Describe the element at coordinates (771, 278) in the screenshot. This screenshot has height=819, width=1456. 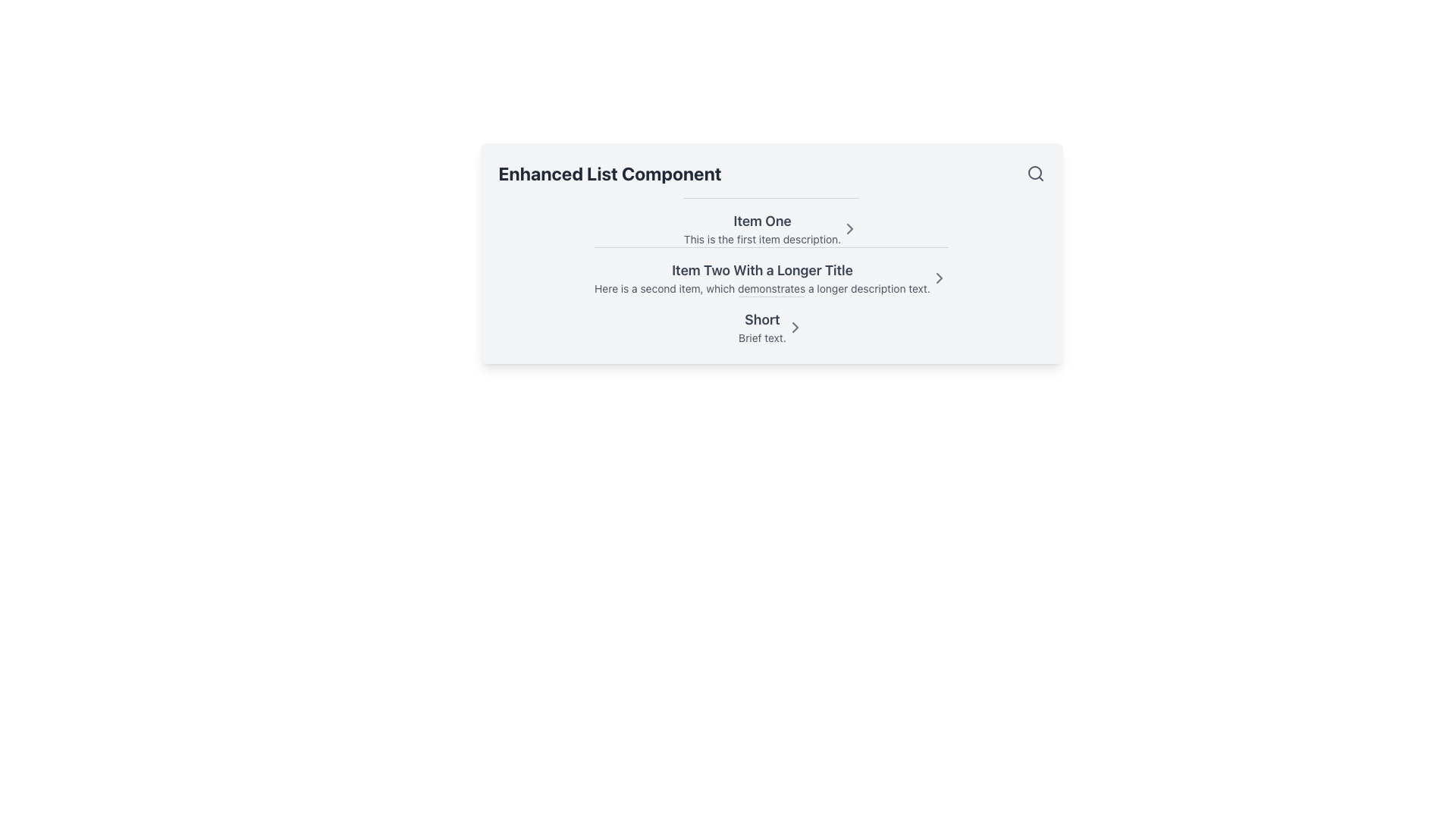
I see `the second item in the vertical list under the 'Enhanced List Component' heading for accessibility navigation` at that location.